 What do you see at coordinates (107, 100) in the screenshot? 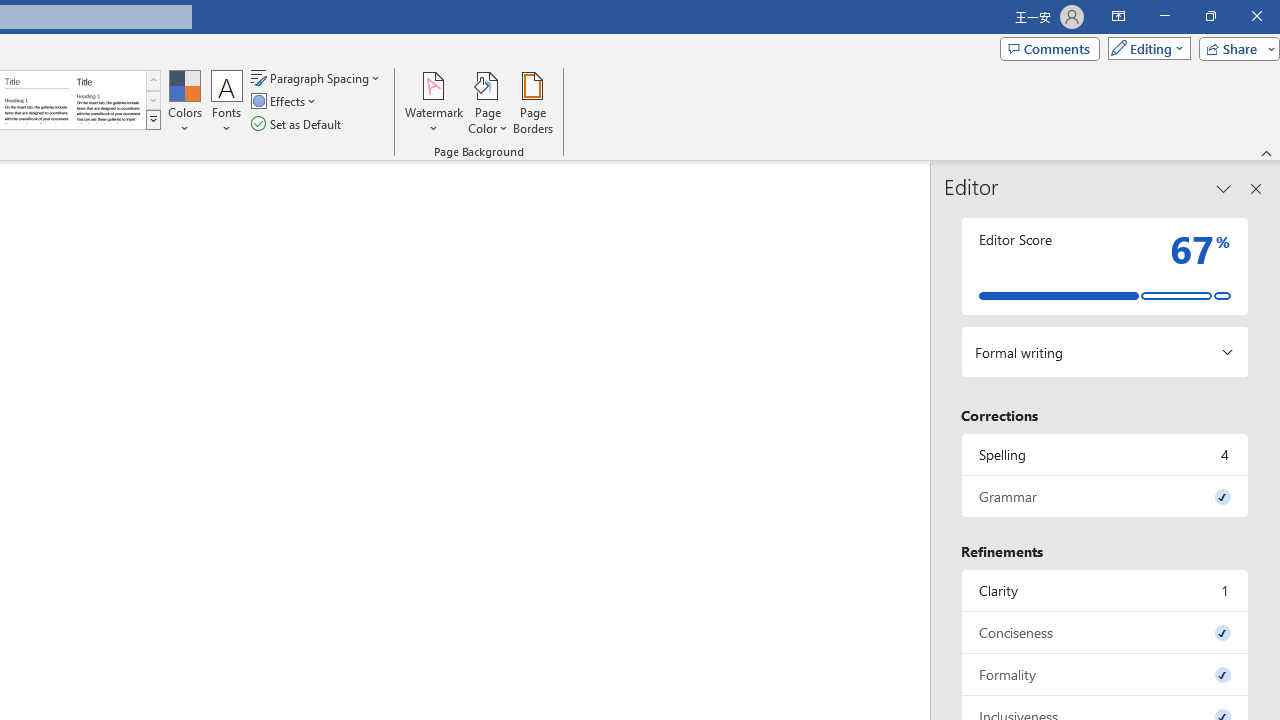
I see `'Word 2013'` at bounding box center [107, 100].